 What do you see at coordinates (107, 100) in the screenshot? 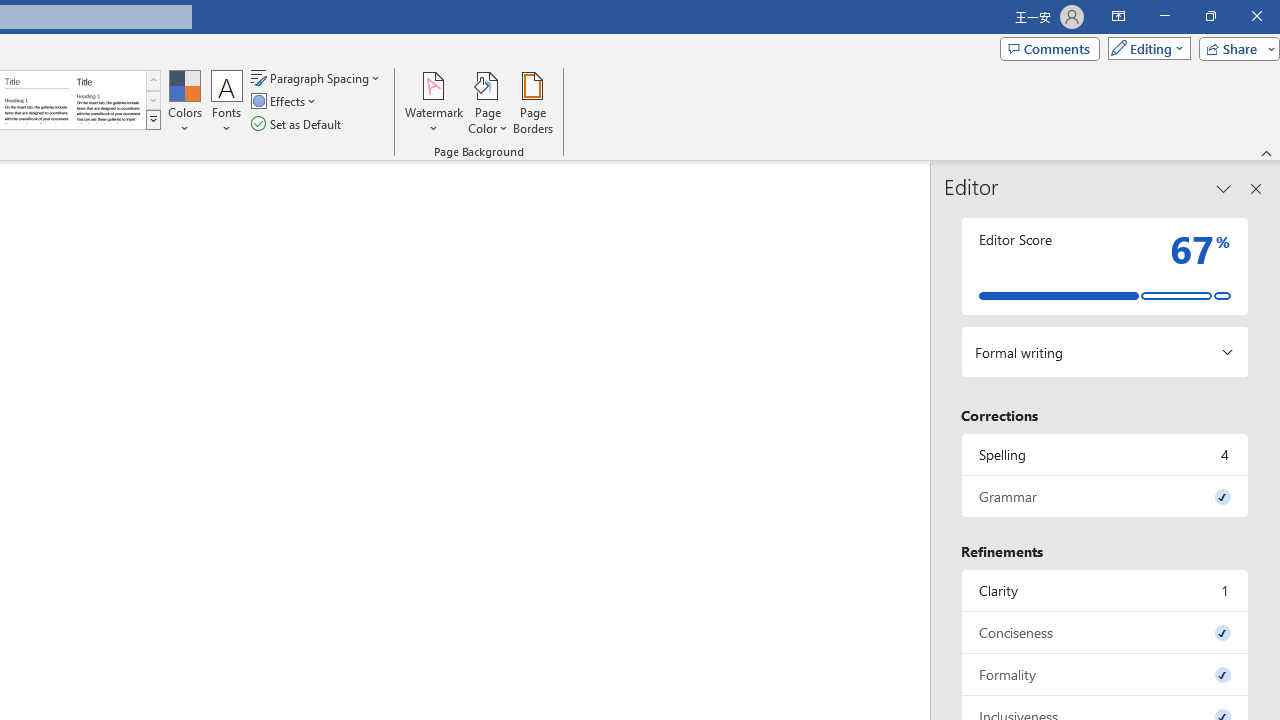
I see `'Word 2013'` at bounding box center [107, 100].